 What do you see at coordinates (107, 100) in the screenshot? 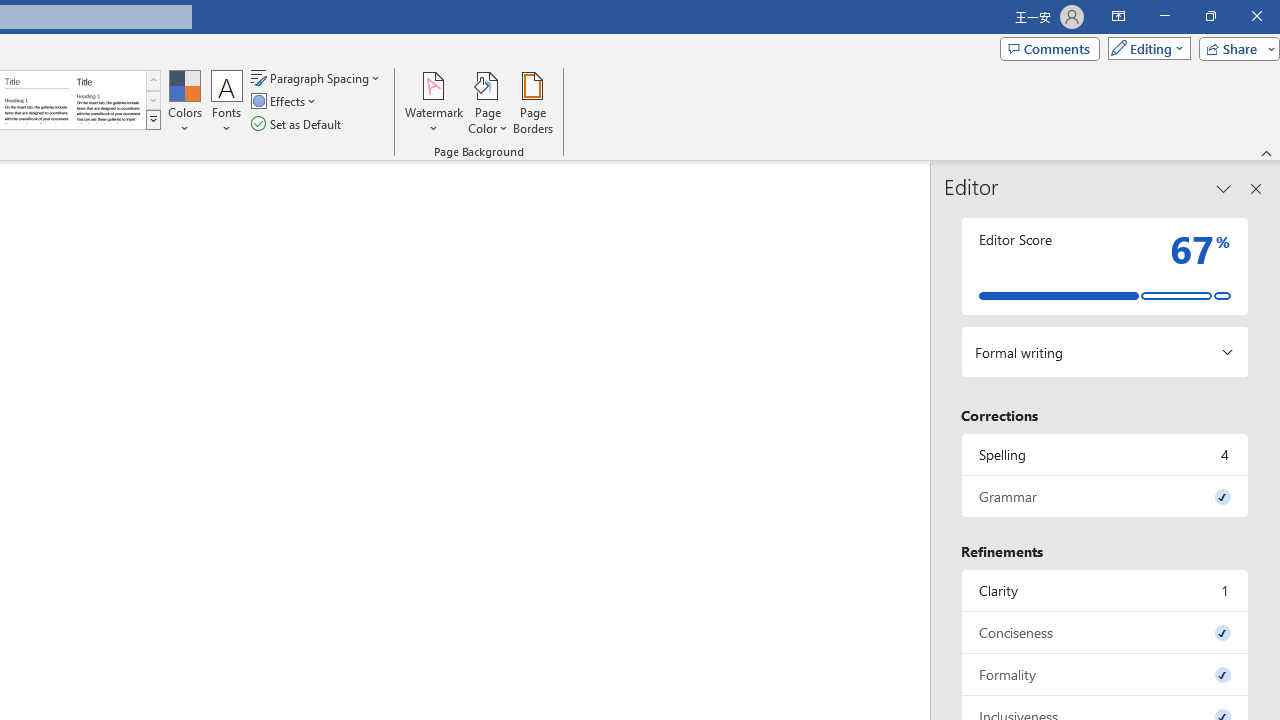
I see `'Word 2013'` at bounding box center [107, 100].